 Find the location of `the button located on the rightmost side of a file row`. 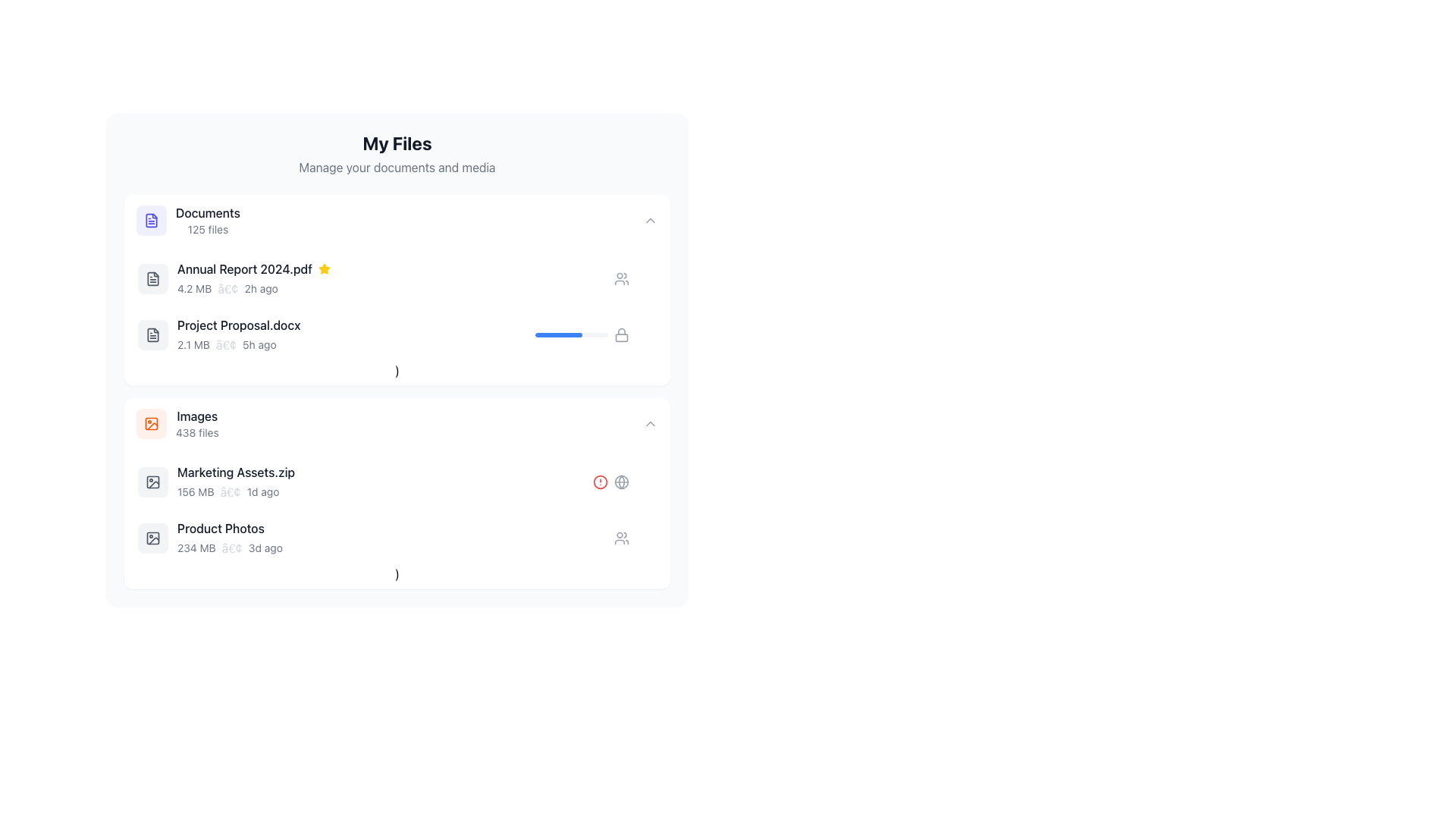

the button located on the rightmost side of a file row is located at coordinates (645, 537).